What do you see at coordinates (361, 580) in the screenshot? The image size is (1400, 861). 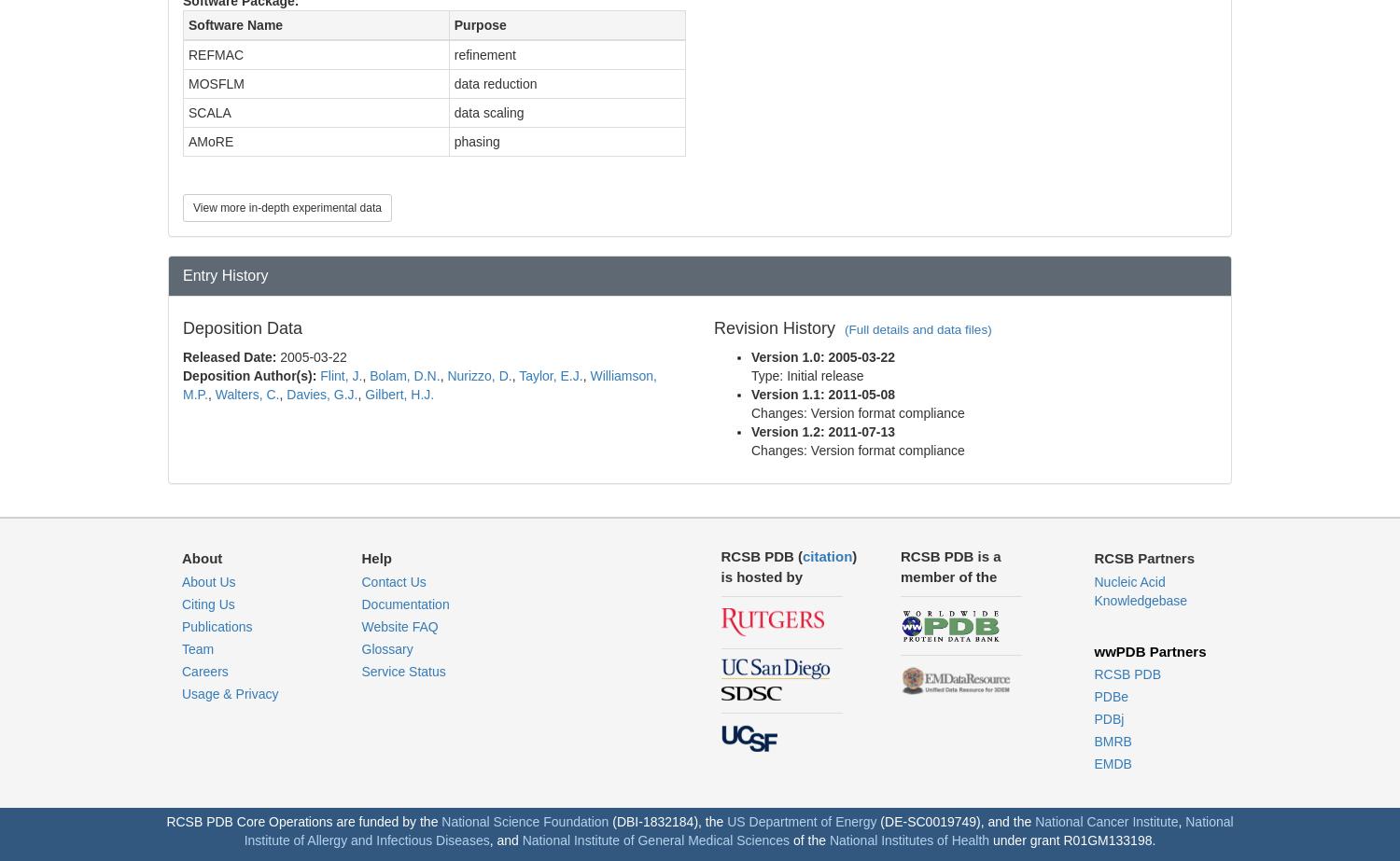 I see `'Contact Us'` at bounding box center [361, 580].